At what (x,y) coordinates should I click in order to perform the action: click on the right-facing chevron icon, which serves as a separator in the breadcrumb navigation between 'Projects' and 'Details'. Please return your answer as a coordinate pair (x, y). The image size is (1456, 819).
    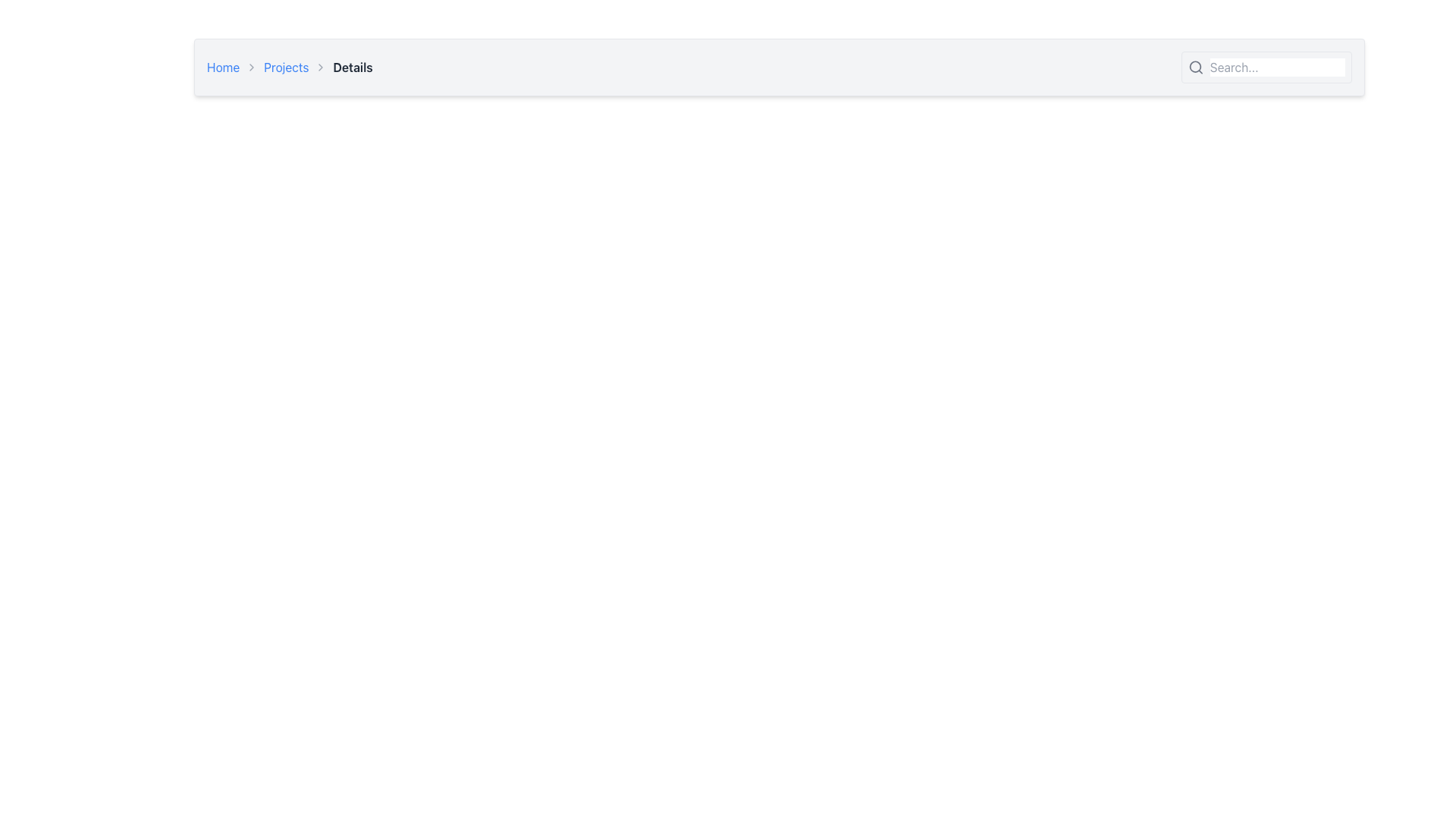
    Looking at the image, I should click on (320, 66).